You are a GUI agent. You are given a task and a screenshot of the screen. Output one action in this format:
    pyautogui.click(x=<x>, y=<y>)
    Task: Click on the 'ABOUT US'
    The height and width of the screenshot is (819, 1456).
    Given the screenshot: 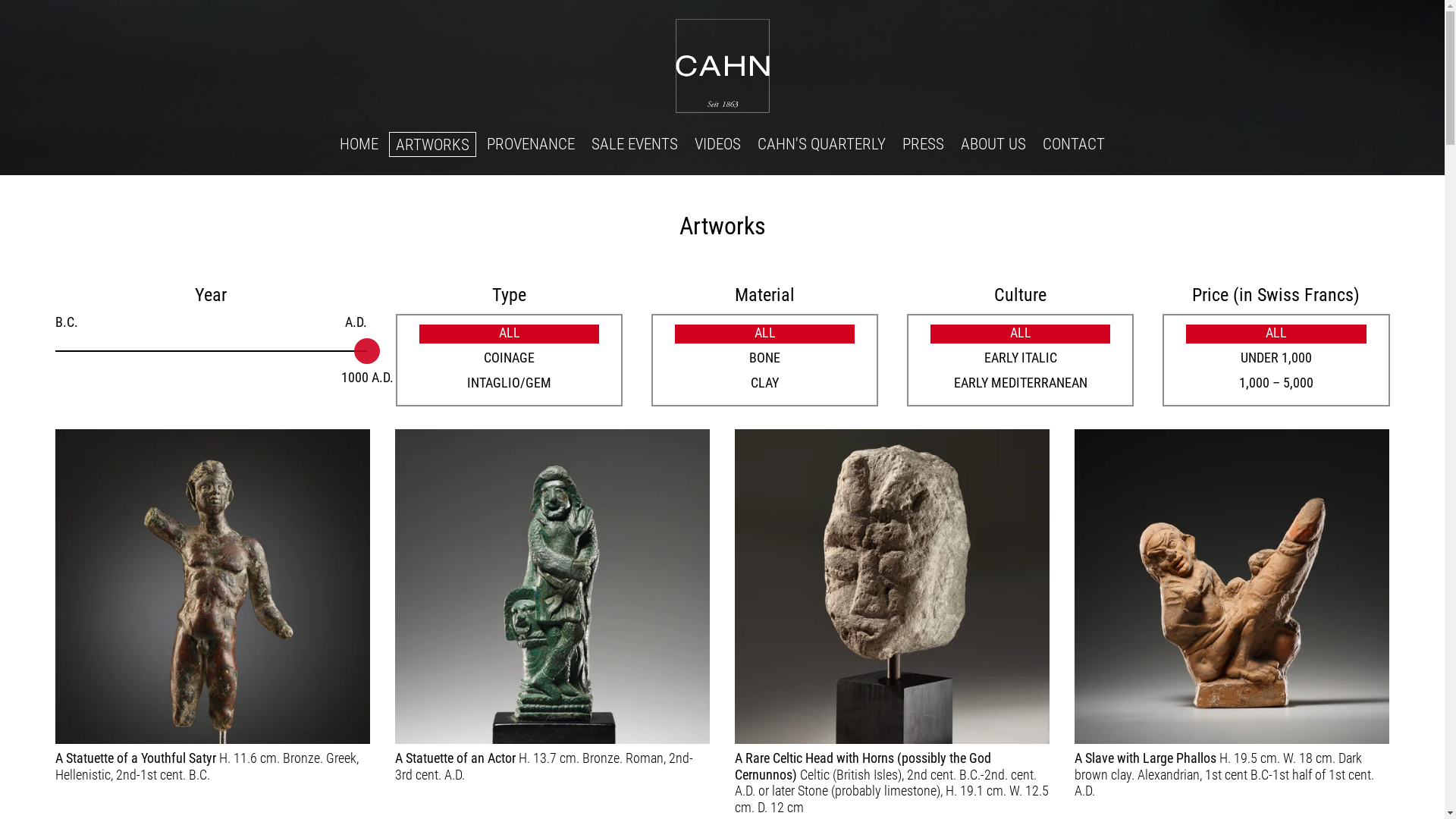 What is the action you would take?
    pyautogui.click(x=993, y=144)
    